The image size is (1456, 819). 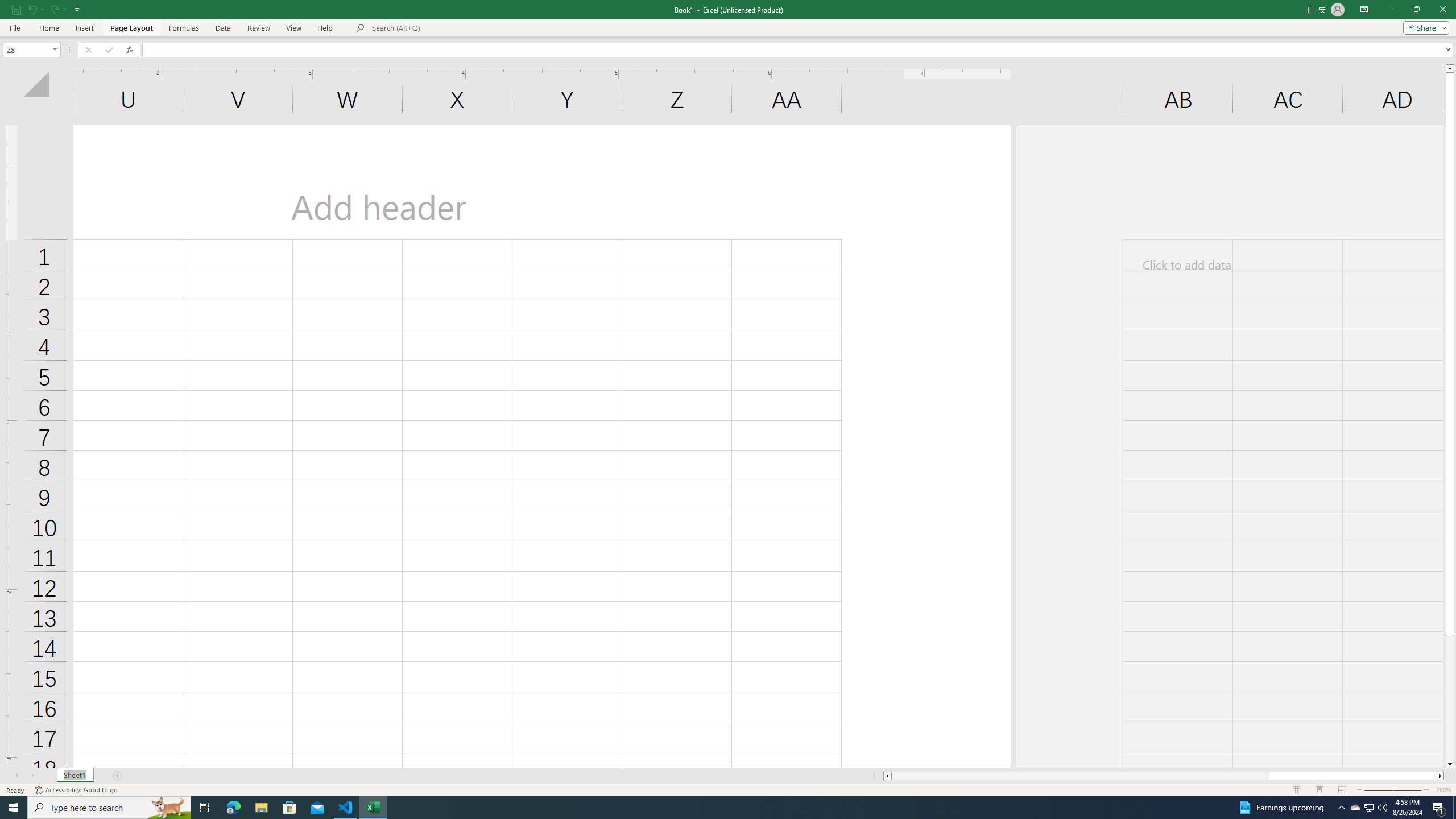 What do you see at coordinates (74, 775) in the screenshot?
I see `'Sheet Tab'` at bounding box center [74, 775].